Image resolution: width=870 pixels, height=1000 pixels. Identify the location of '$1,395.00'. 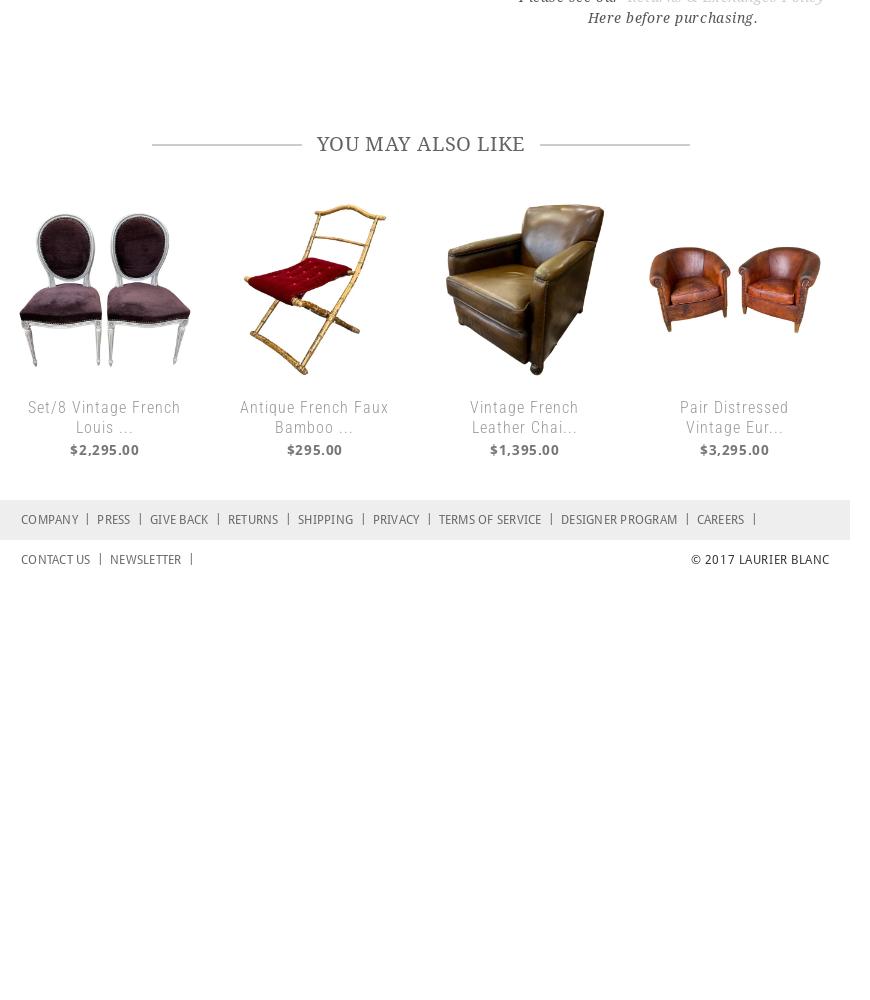
(523, 448).